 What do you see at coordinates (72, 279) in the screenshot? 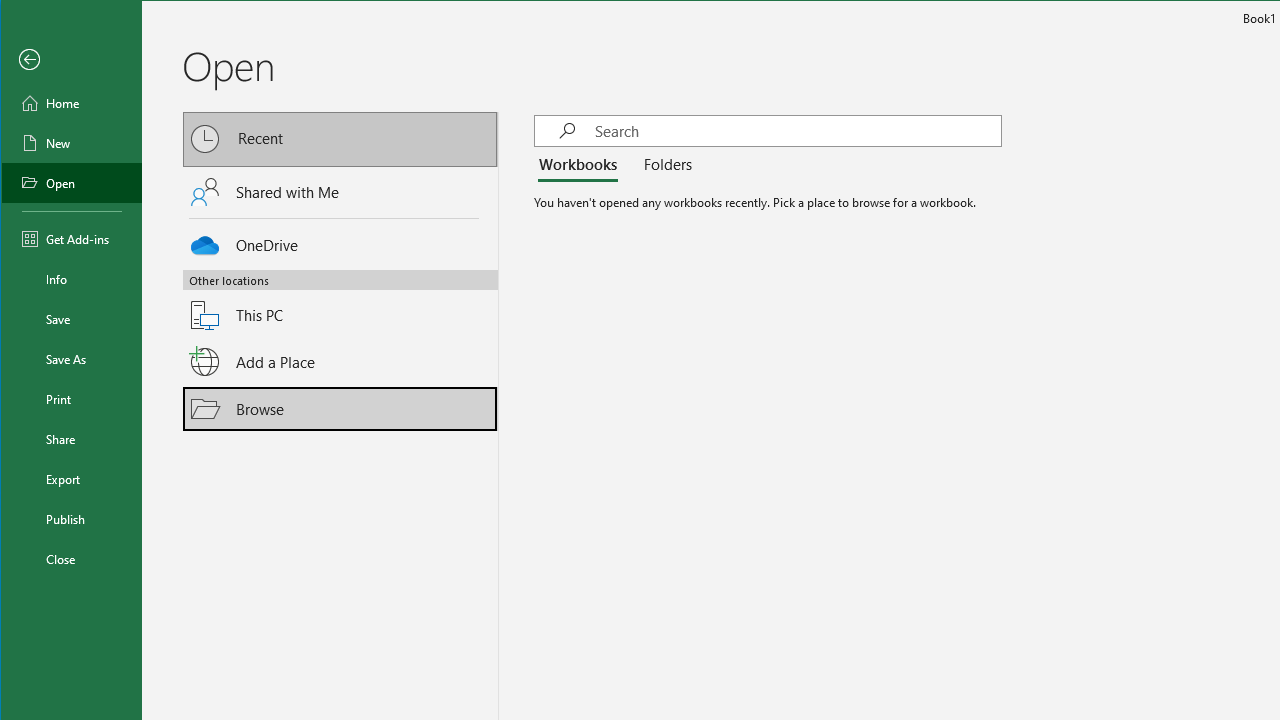
I see `'Info'` at bounding box center [72, 279].